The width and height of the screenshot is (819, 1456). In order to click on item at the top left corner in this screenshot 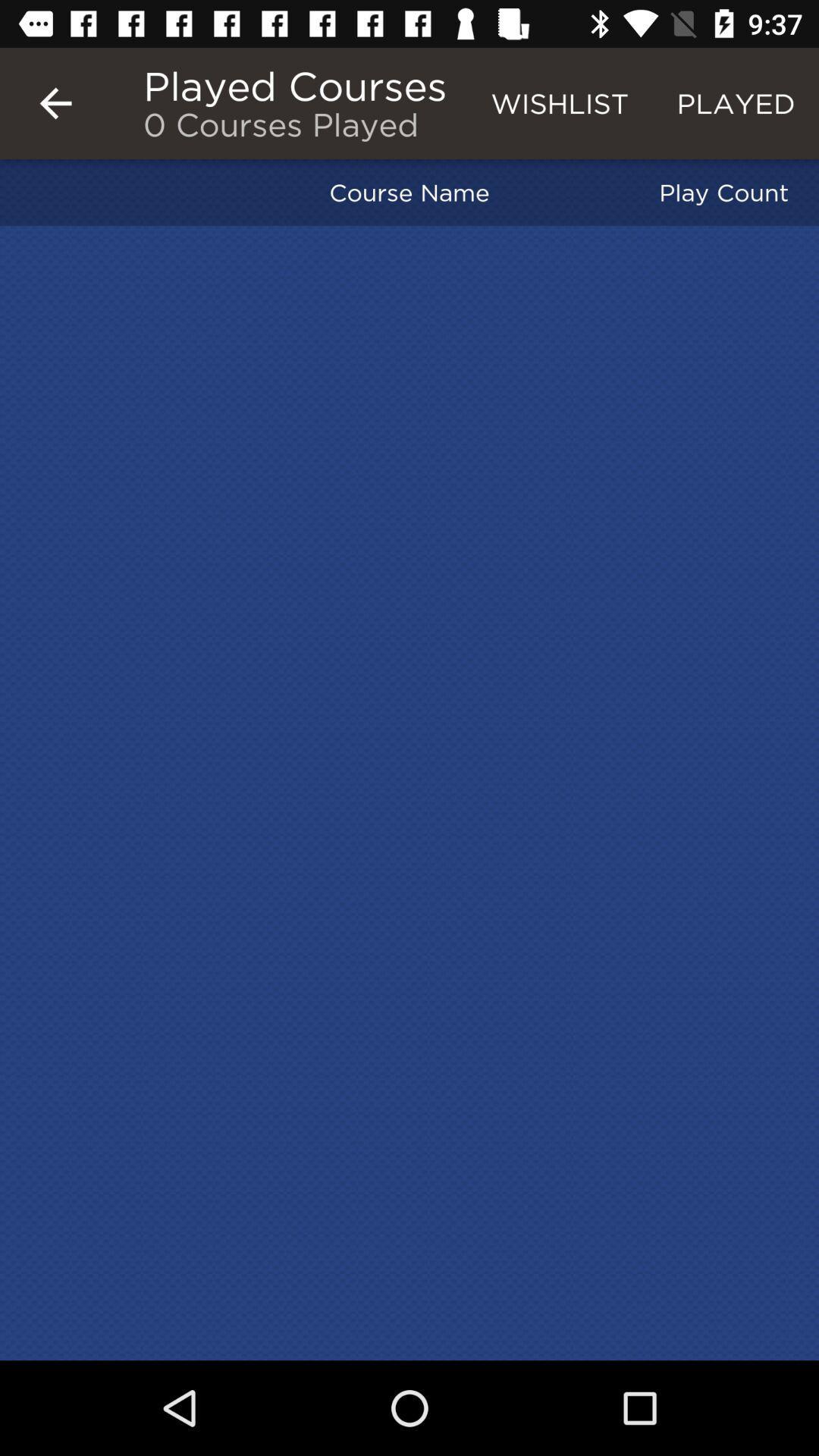, I will do `click(55, 102)`.